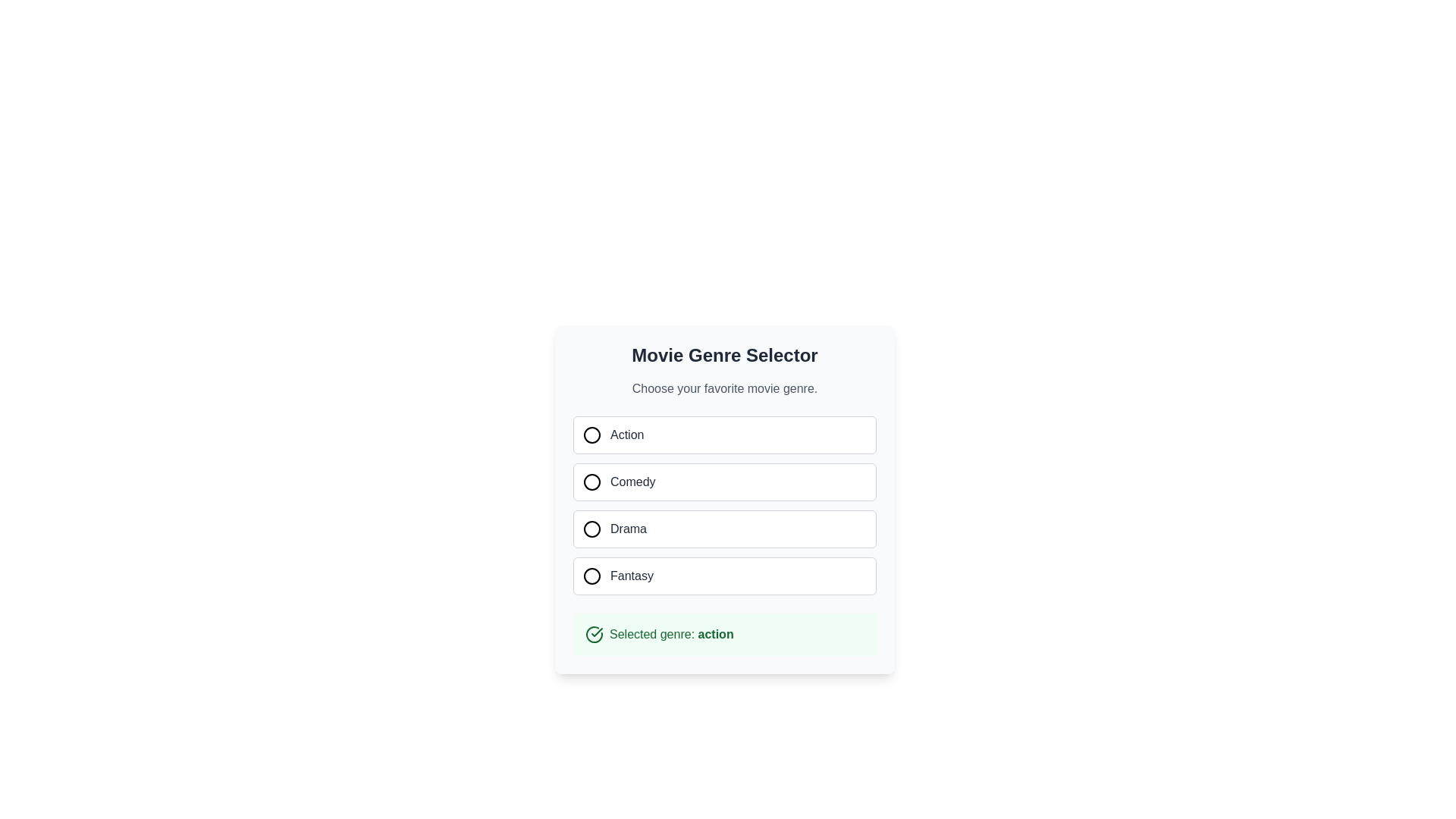  What do you see at coordinates (627, 435) in the screenshot?
I see `'Action' text label which is displayed in bold, medium-weight font and dark gray color, located next to a circular icon in the first row of a vertically-aligned list of options for selecting a movie genre` at bounding box center [627, 435].